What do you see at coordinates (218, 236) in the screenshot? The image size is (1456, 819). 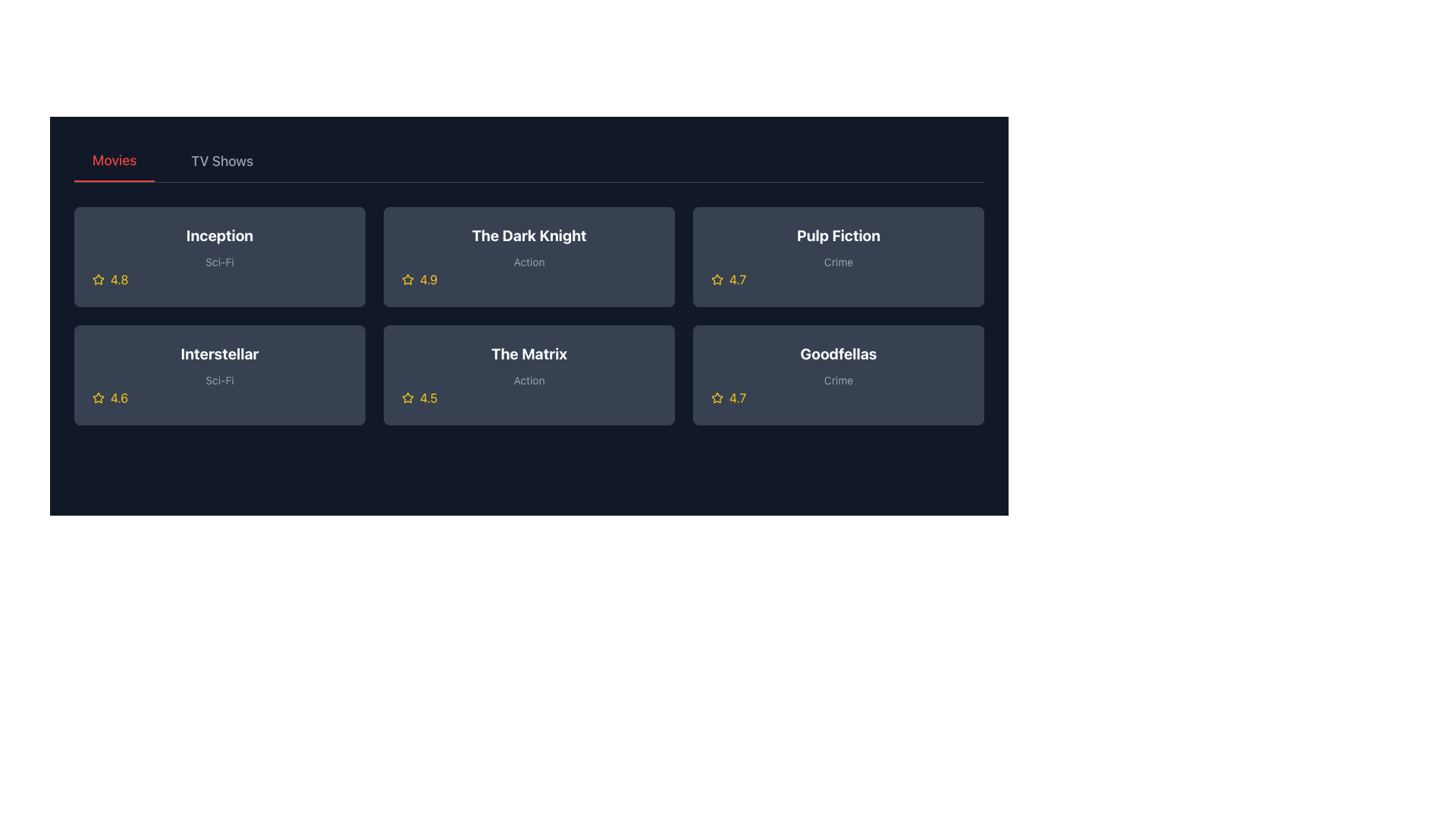 I see `the text content of the title for the movie card labeled 'Inception', located at the top of the first card in the first row` at bounding box center [218, 236].